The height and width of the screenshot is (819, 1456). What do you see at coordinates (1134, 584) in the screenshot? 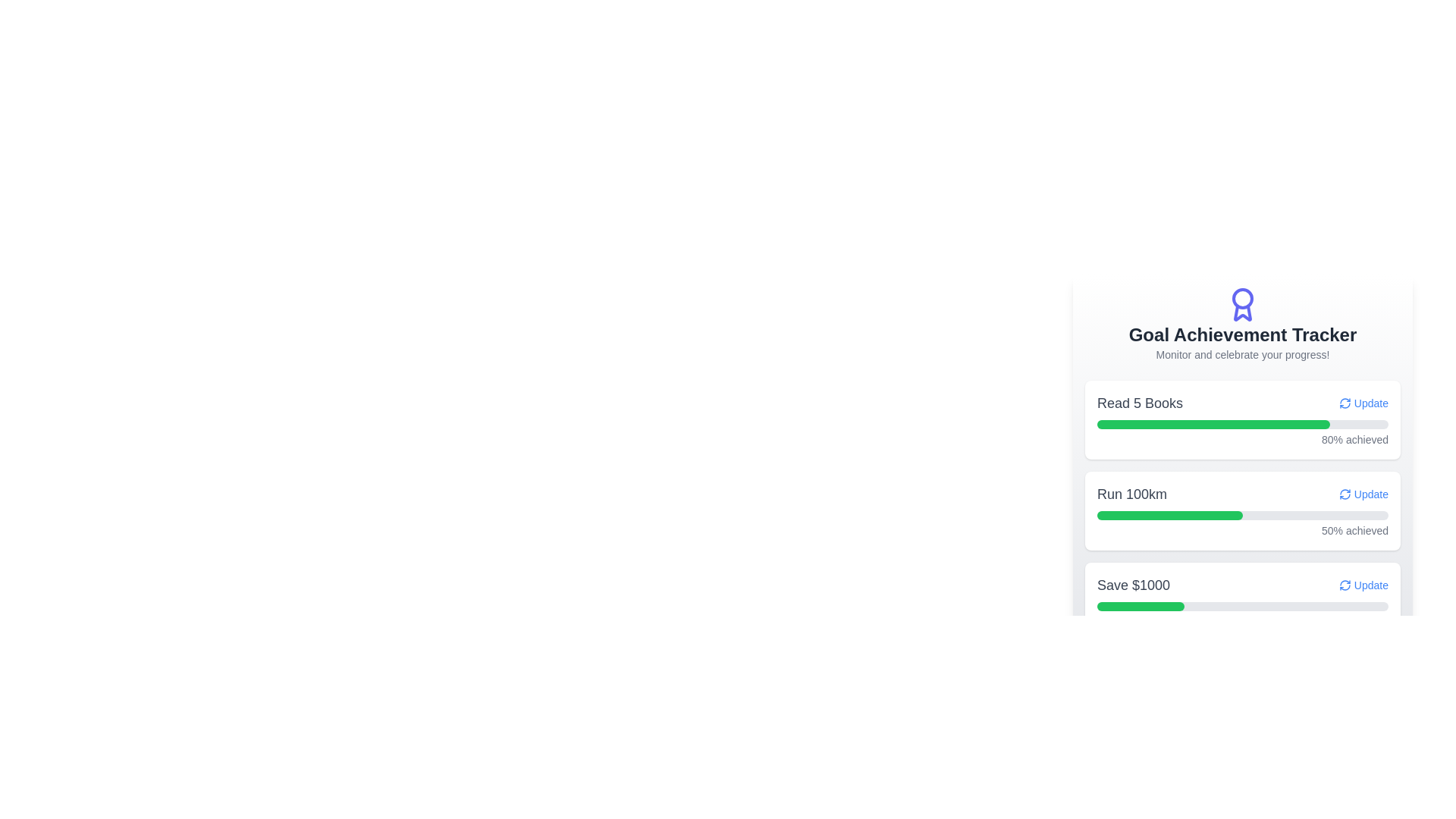
I see `text of the static label displaying 'Save $1000', located in the last row under the 'Goal Achievement Tracker' section, positioned to the left of the 'Update' link button` at bounding box center [1134, 584].